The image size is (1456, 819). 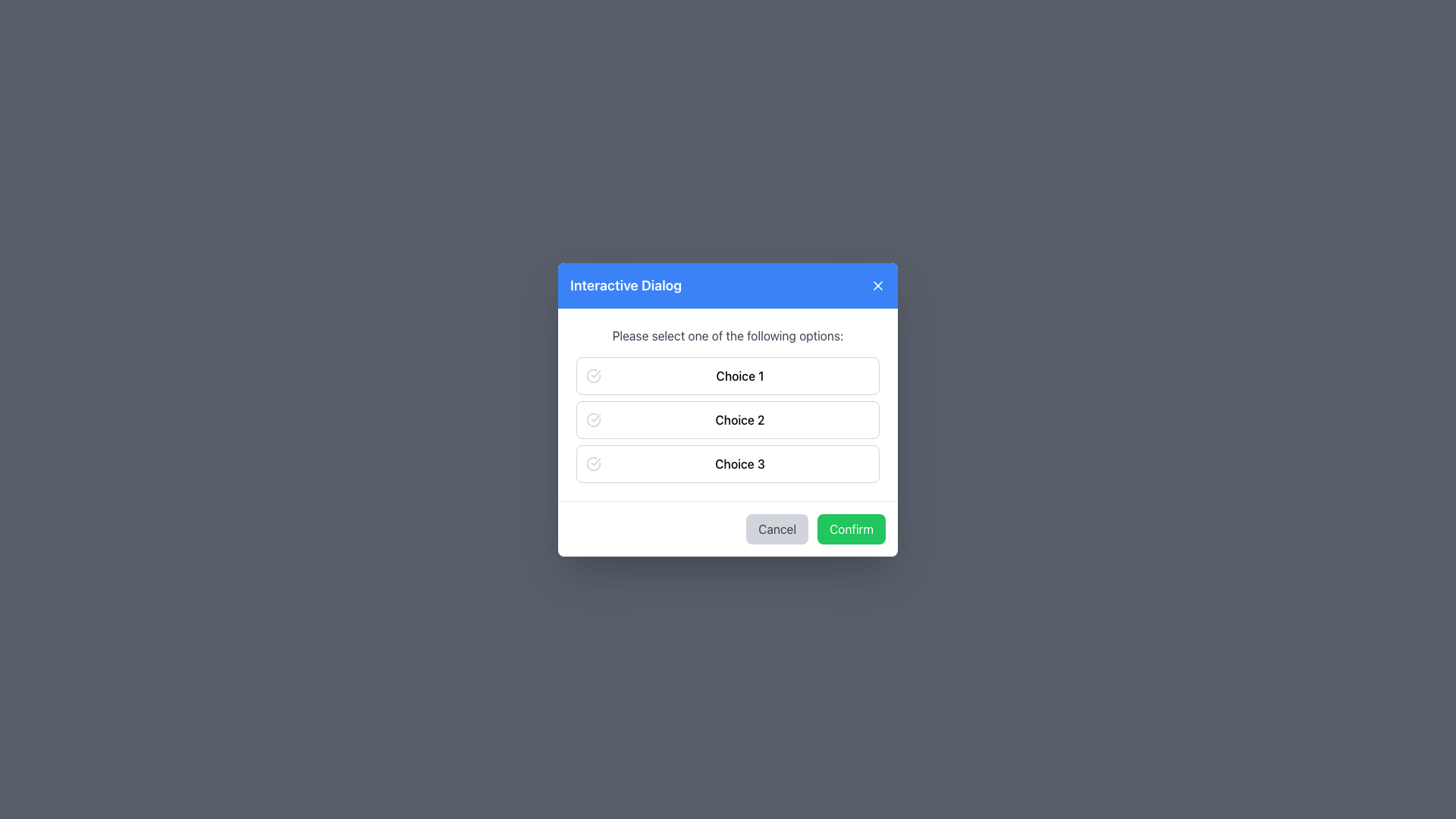 I want to click on the circular icon with a checkmark inside, located at the leftmost part of the 'Choice 1' menu item, so click(x=592, y=375).